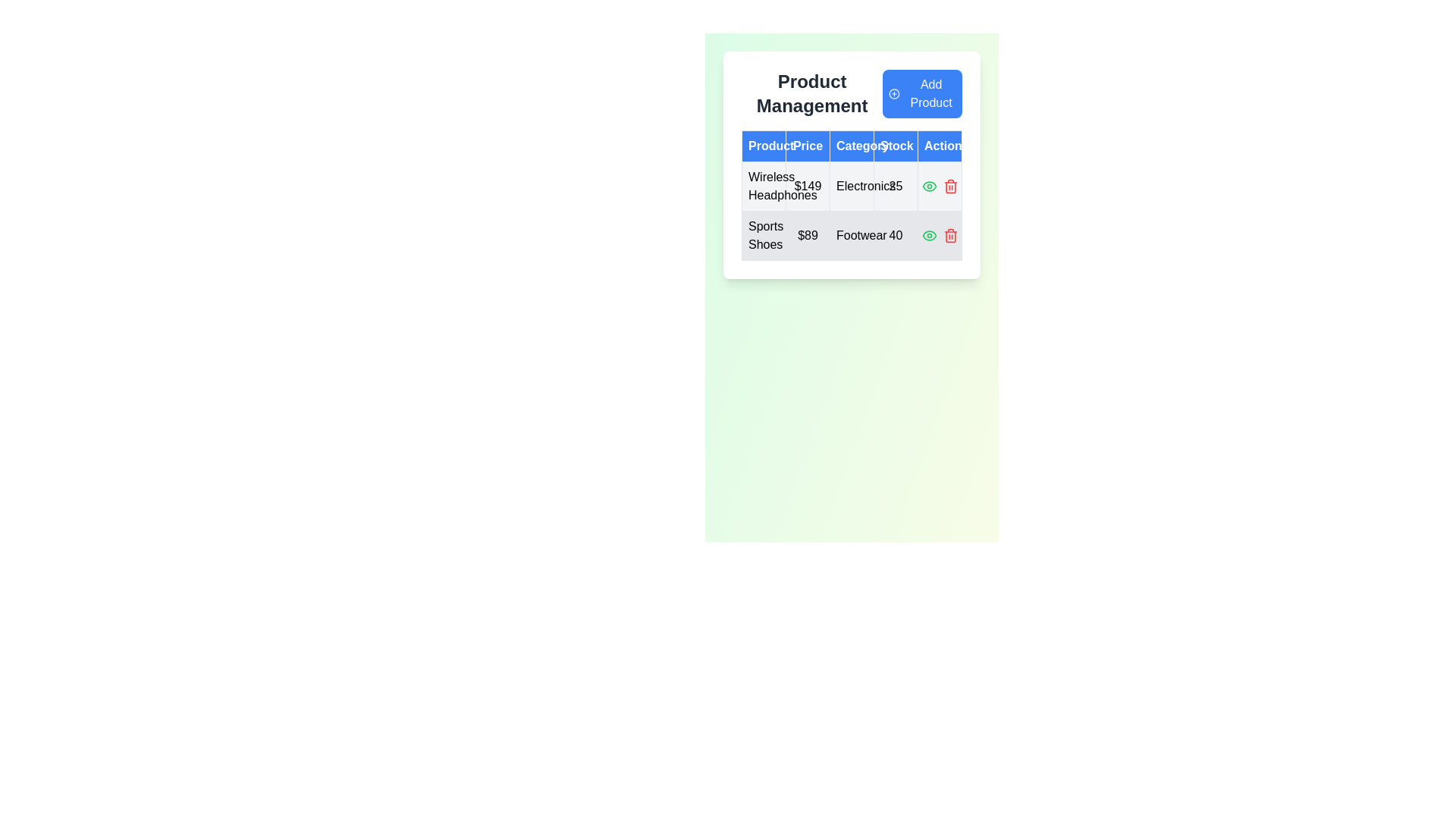 The width and height of the screenshot is (1456, 819). I want to click on the textual table cell in the third column labeled 'Category' of the first data row, which indicates the category of the product 'Wireless Headphones', so click(852, 186).